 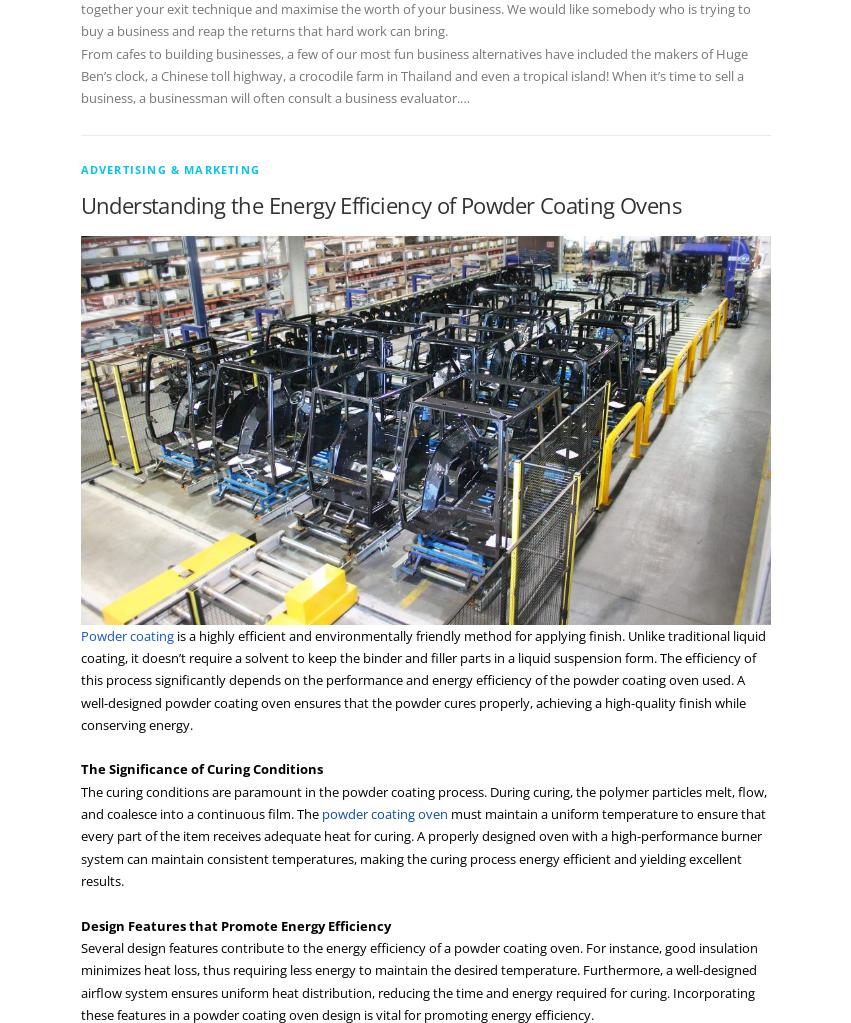 I want to click on 'is a highly efficient and environmentally friendly method for applying finish. Unlike traditional liquid coating, it doesn’t require a solvent to keep the binder and filler parts in a liquid suspension form. The efficiency of this process significantly depends on the performance and energy efficiency of the powder coating oven used. A well-designed powder coating oven ensures that the powder cures properly, achieving a high-quality finish while conserving energy.', so click(x=421, y=678).